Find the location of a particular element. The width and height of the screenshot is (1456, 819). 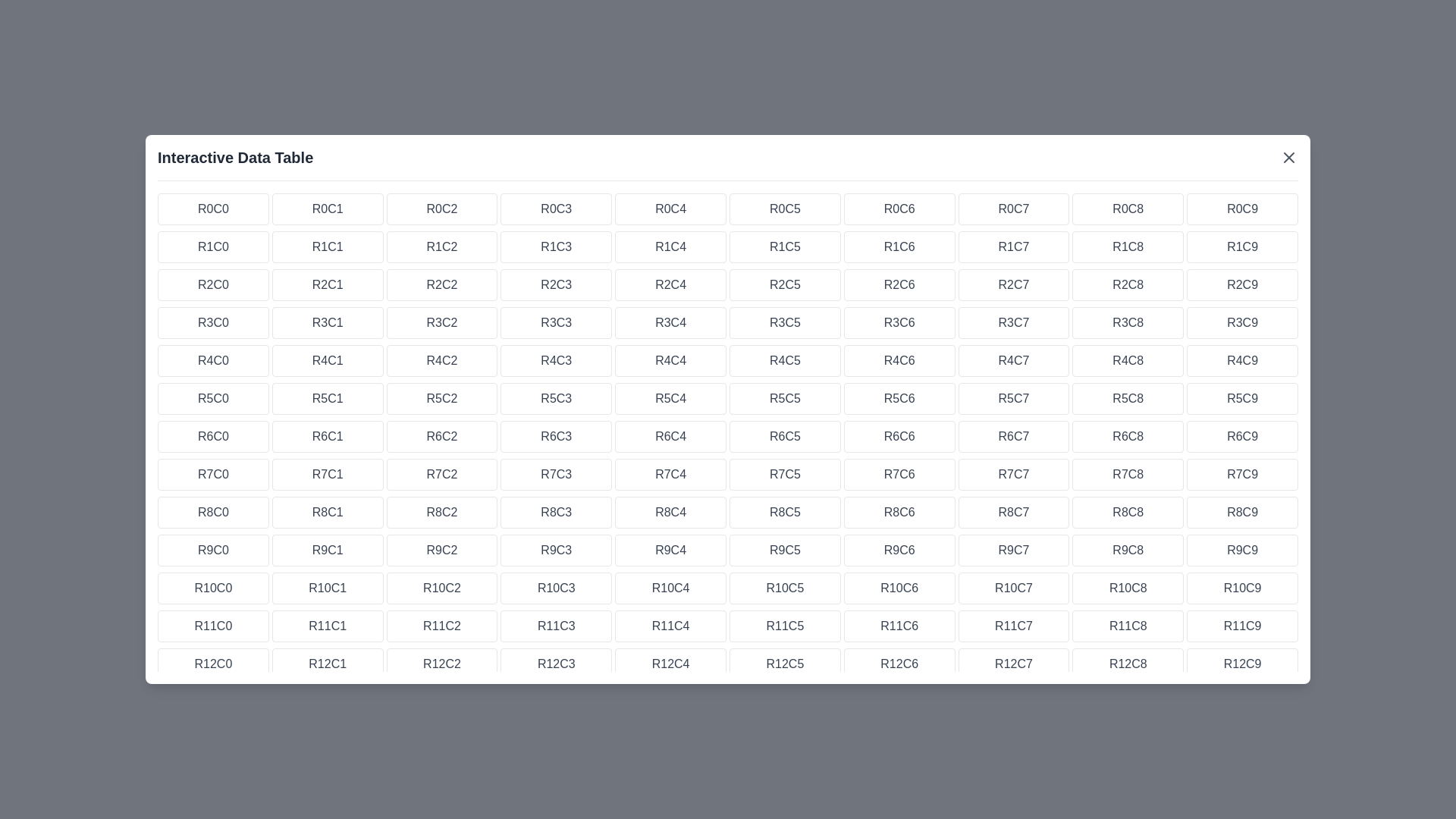

the 'X' button to close the dialog is located at coordinates (1288, 158).